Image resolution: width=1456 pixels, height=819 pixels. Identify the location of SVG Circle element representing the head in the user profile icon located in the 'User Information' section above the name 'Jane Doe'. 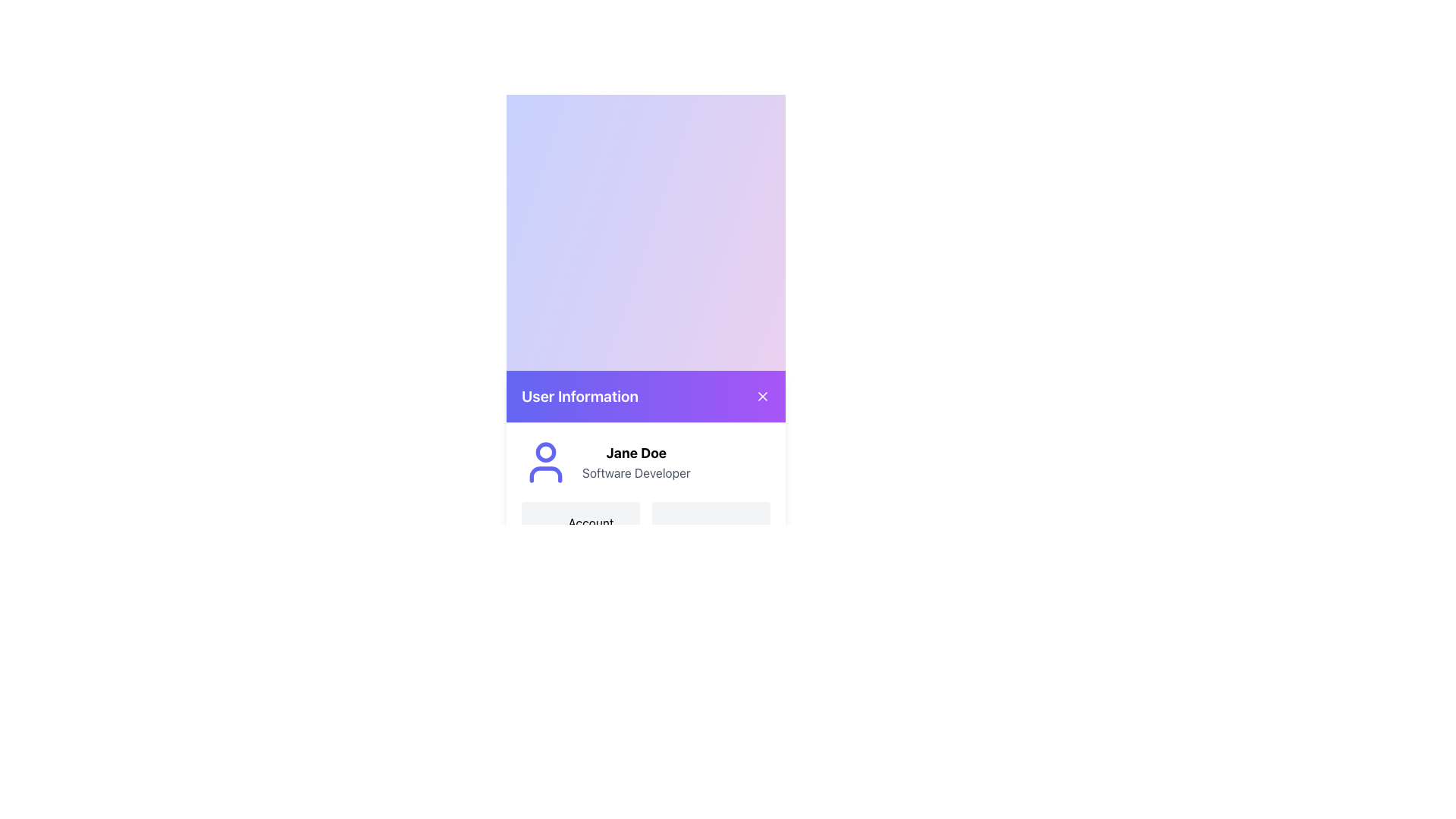
(546, 451).